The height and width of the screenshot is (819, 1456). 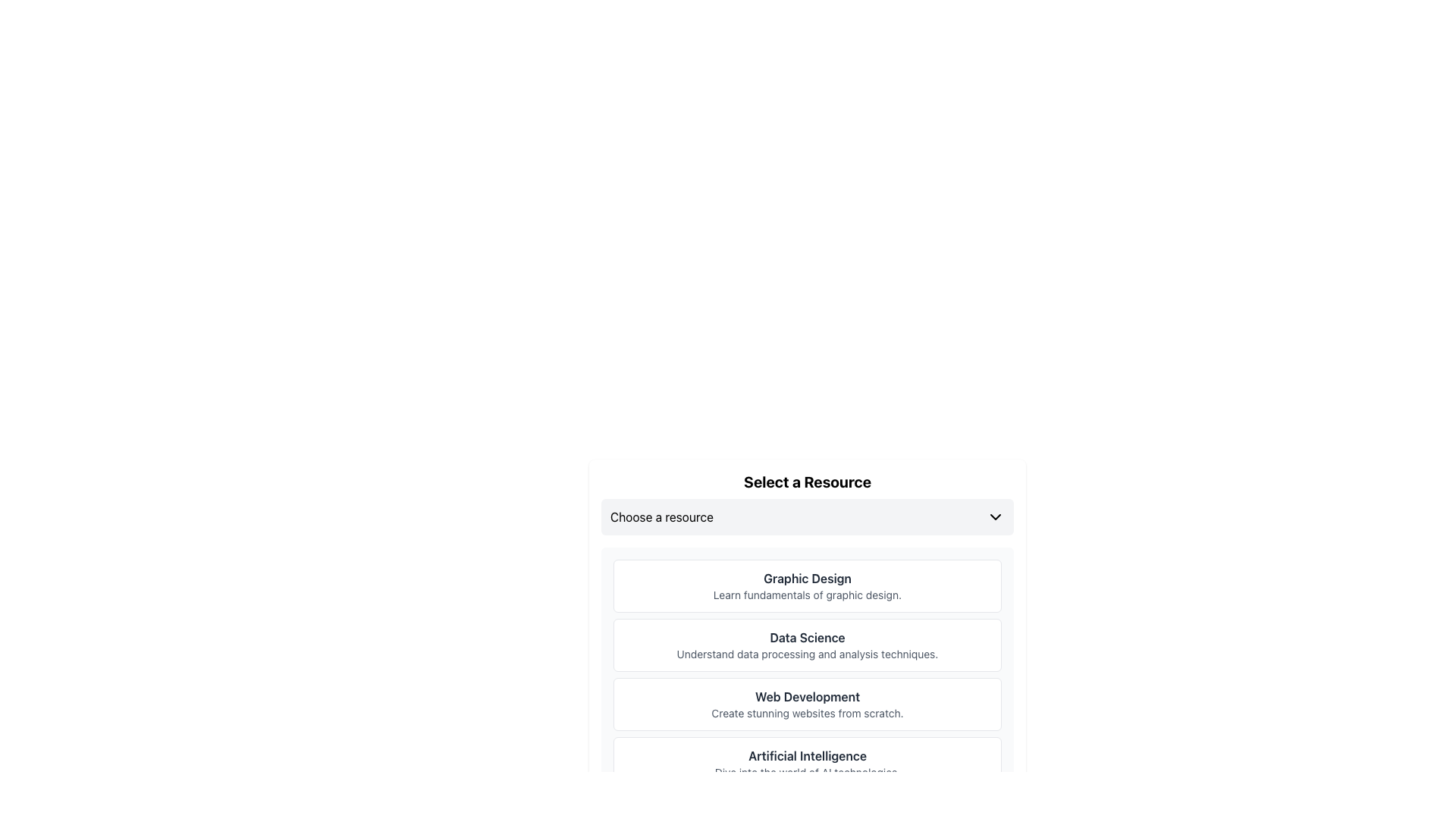 What do you see at coordinates (807, 755) in the screenshot?
I see `the bold text element reading 'Artificial Intelligence', which is the title of the fourth entry in the selectable options list` at bounding box center [807, 755].